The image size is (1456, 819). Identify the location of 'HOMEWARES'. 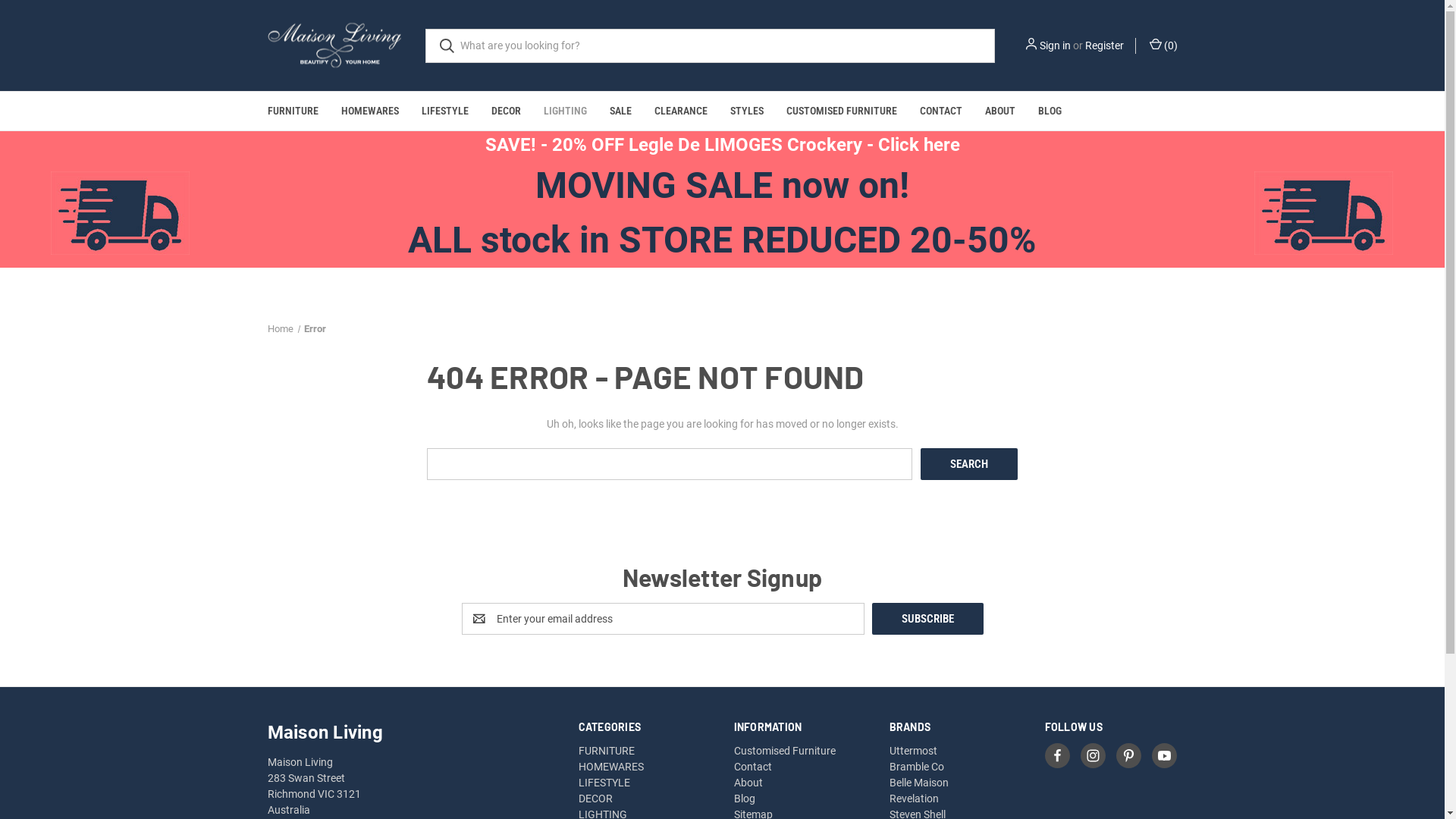
(578, 766).